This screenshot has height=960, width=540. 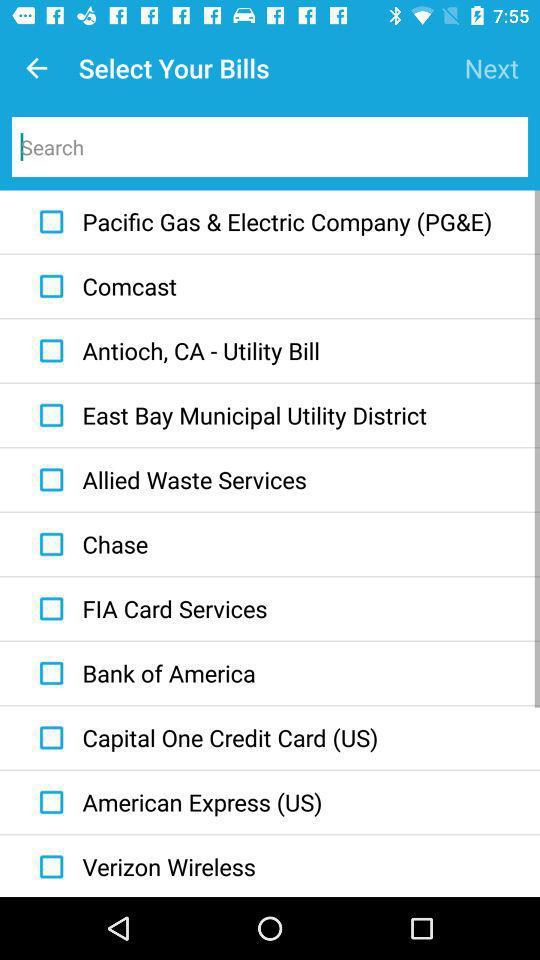 What do you see at coordinates (36, 68) in the screenshot?
I see `the item to the left of the select your bills icon` at bounding box center [36, 68].